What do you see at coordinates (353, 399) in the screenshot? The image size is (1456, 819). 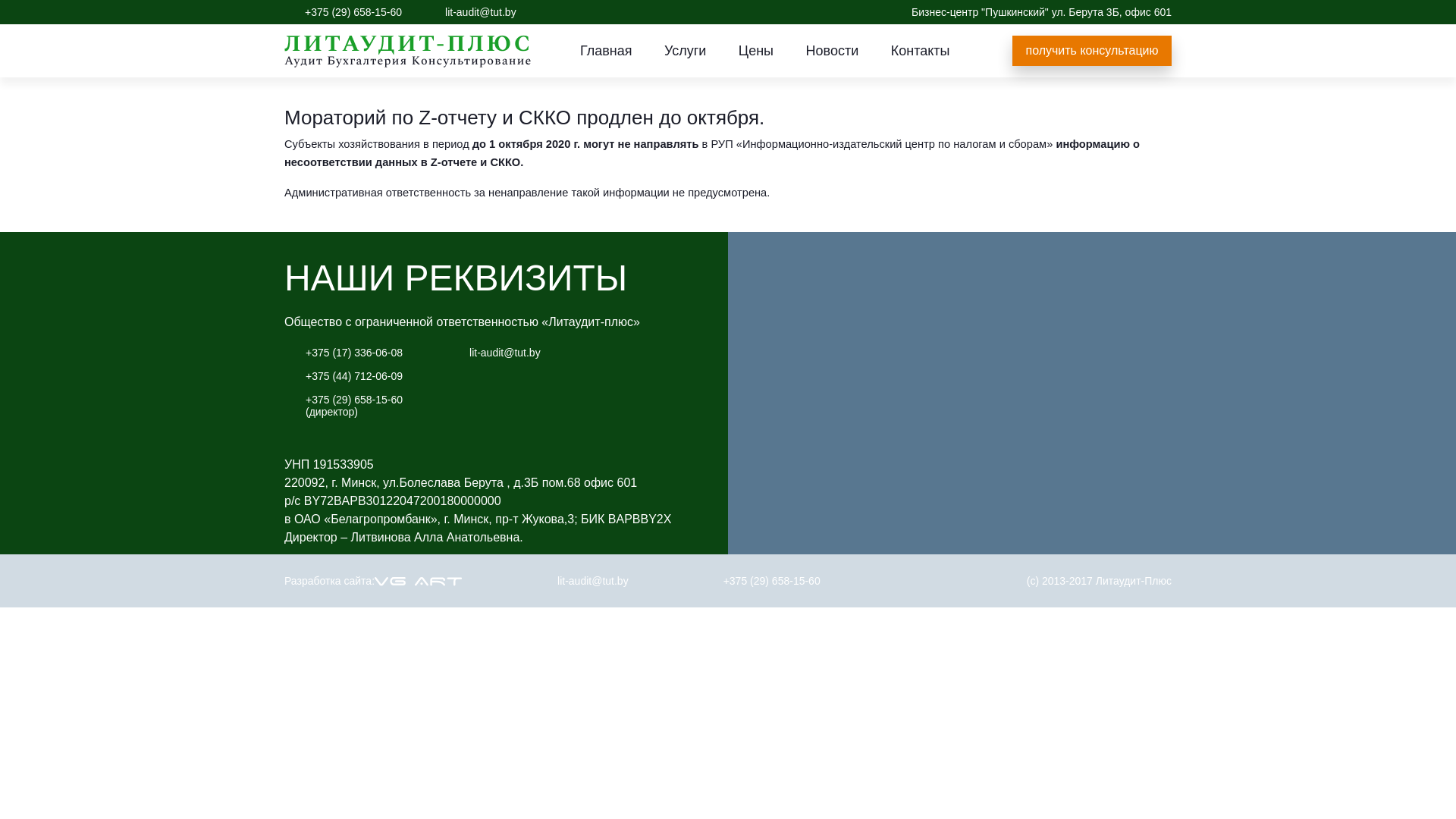 I see `'+375 (29) 658-15-60'` at bounding box center [353, 399].